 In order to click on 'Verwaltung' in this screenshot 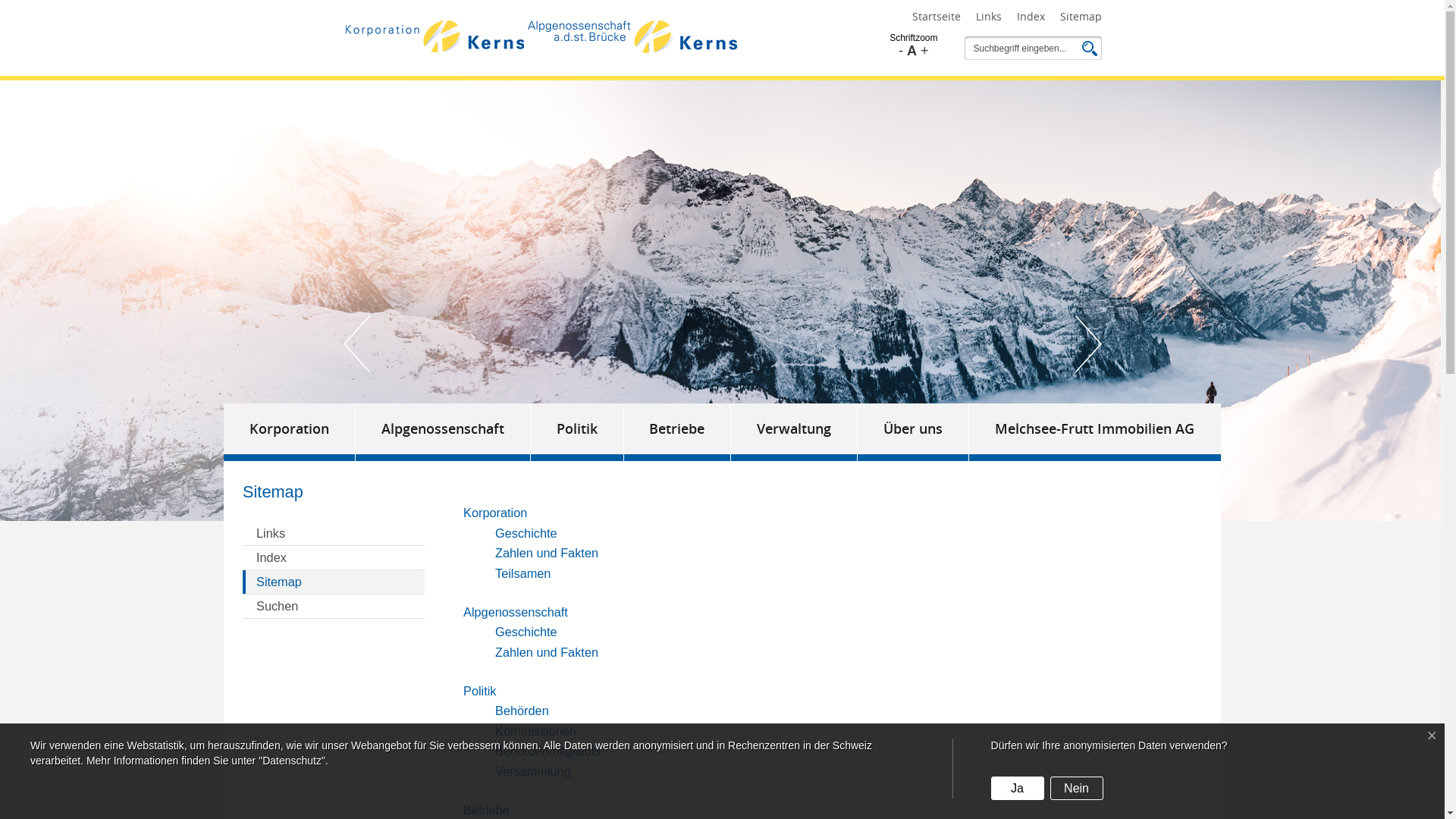, I will do `click(793, 432)`.